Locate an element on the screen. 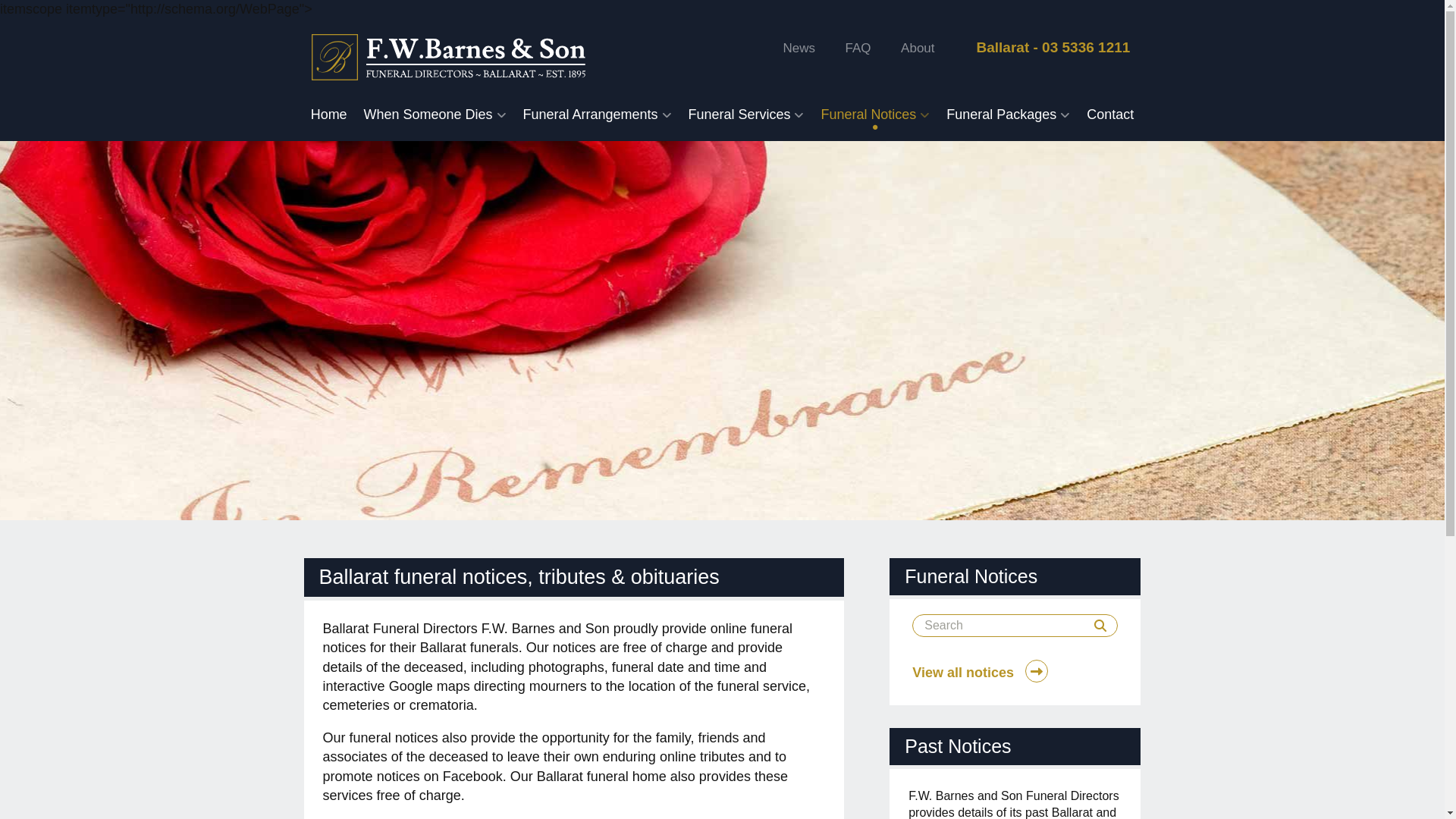 The height and width of the screenshot is (819, 1456). 'Home' is located at coordinates (328, 113).